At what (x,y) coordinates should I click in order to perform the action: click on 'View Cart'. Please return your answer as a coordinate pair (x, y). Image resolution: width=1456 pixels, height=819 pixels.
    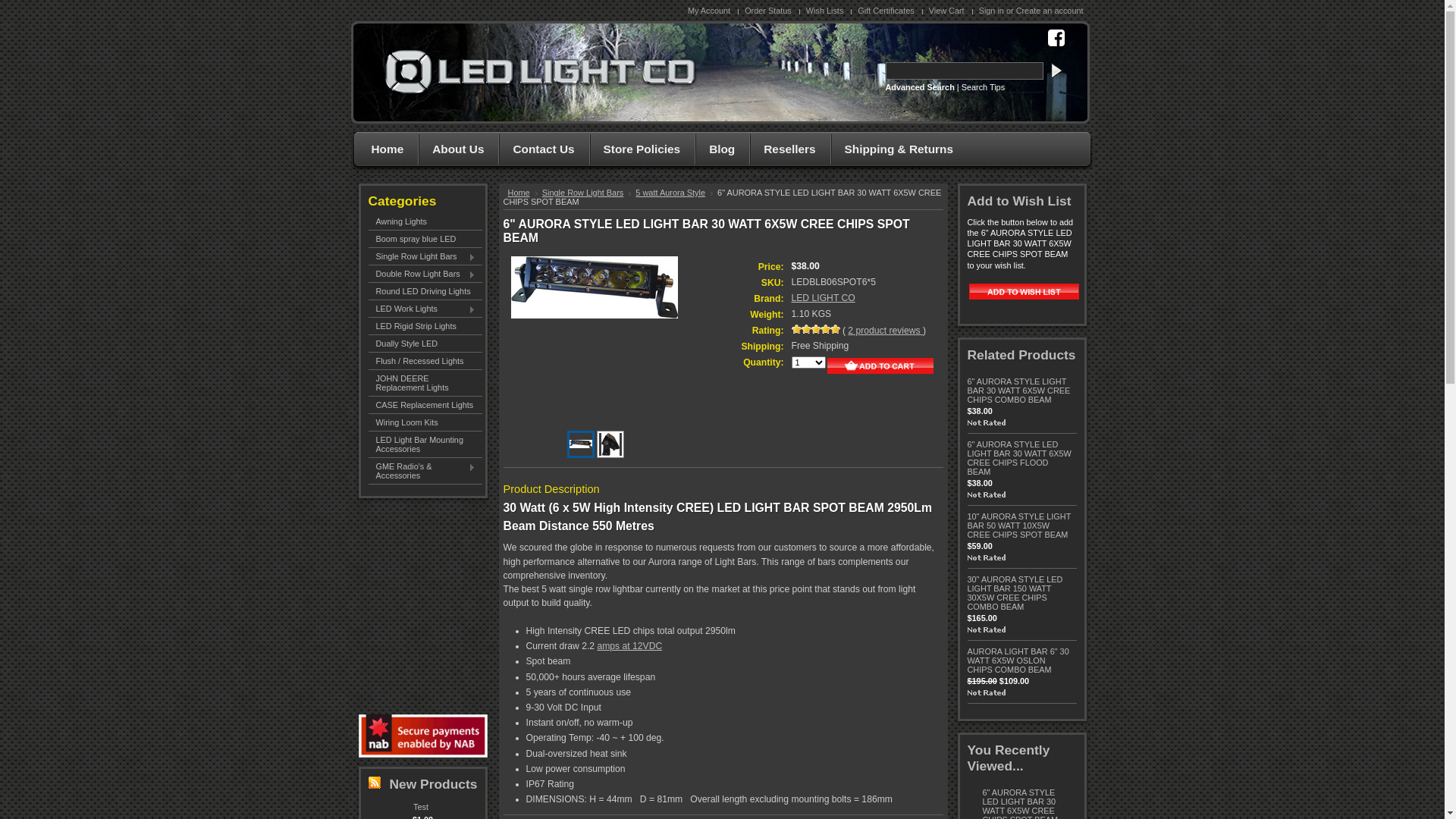
    Looking at the image, I should click on (948, 11).